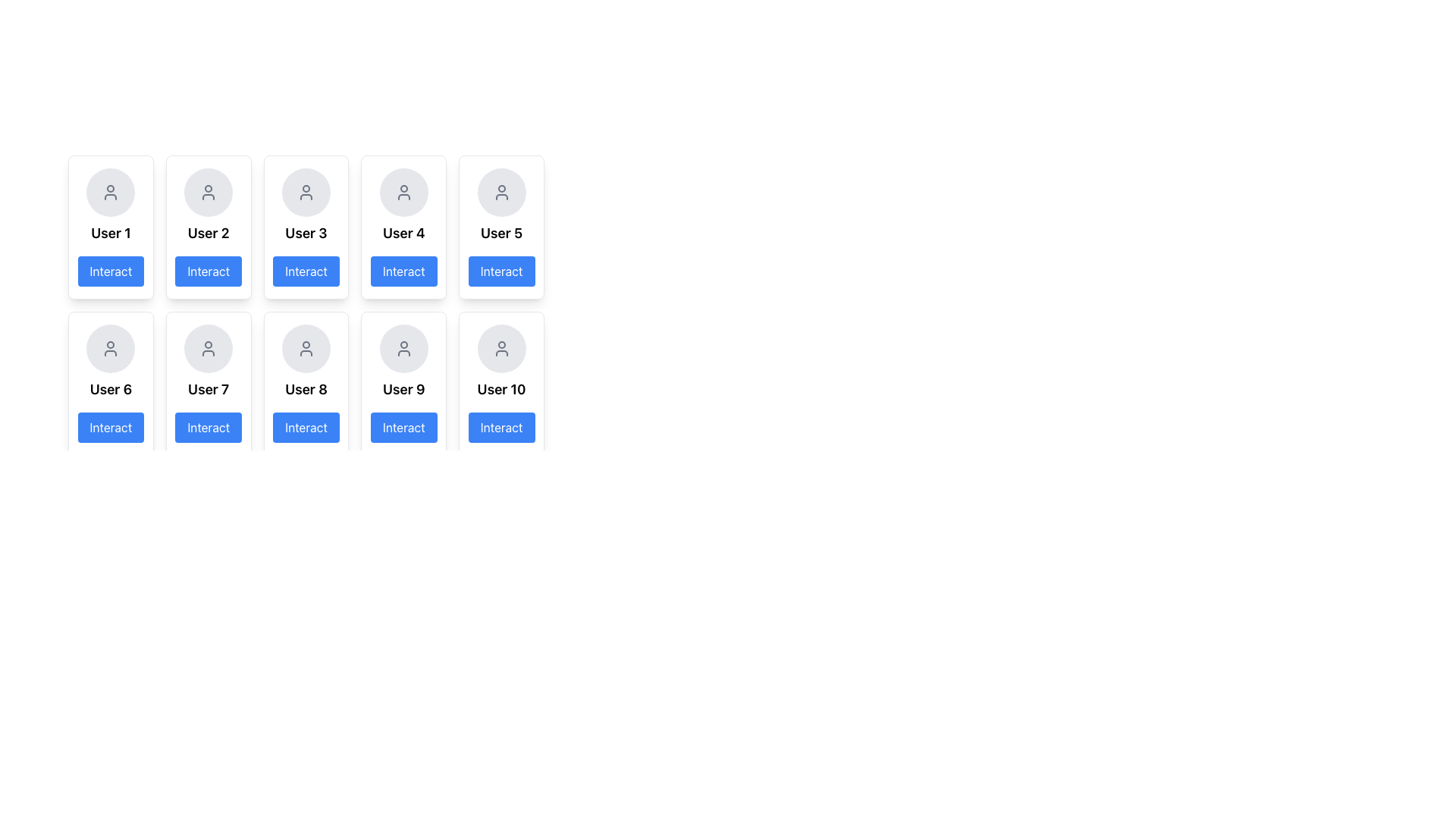 The image size is (1456, 819). Describe the element at coordinates (403, 192) in the screenshot. I see `the decorative icon representing user information for 'User 4', which is located at the top of the card in the fourth position of the top row` at that location.